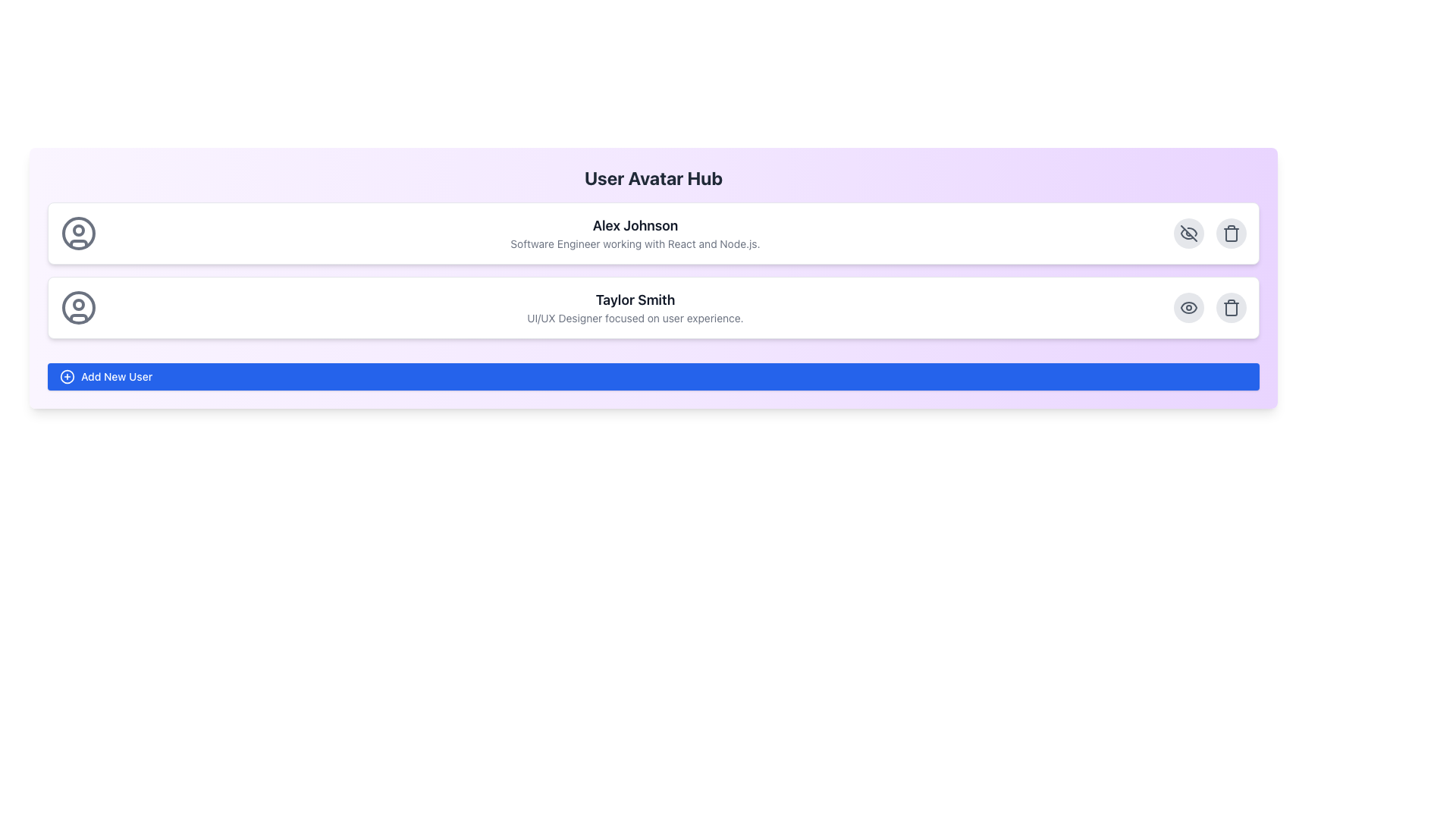 The height and width of the screenshot is (819, 1456). What do you see at coordinates (78, 307) in the screenshot?
I see `the outermost circle of the SVG graphic representing the user avatar for Taylor Smith` at bounding box center [78, 307].